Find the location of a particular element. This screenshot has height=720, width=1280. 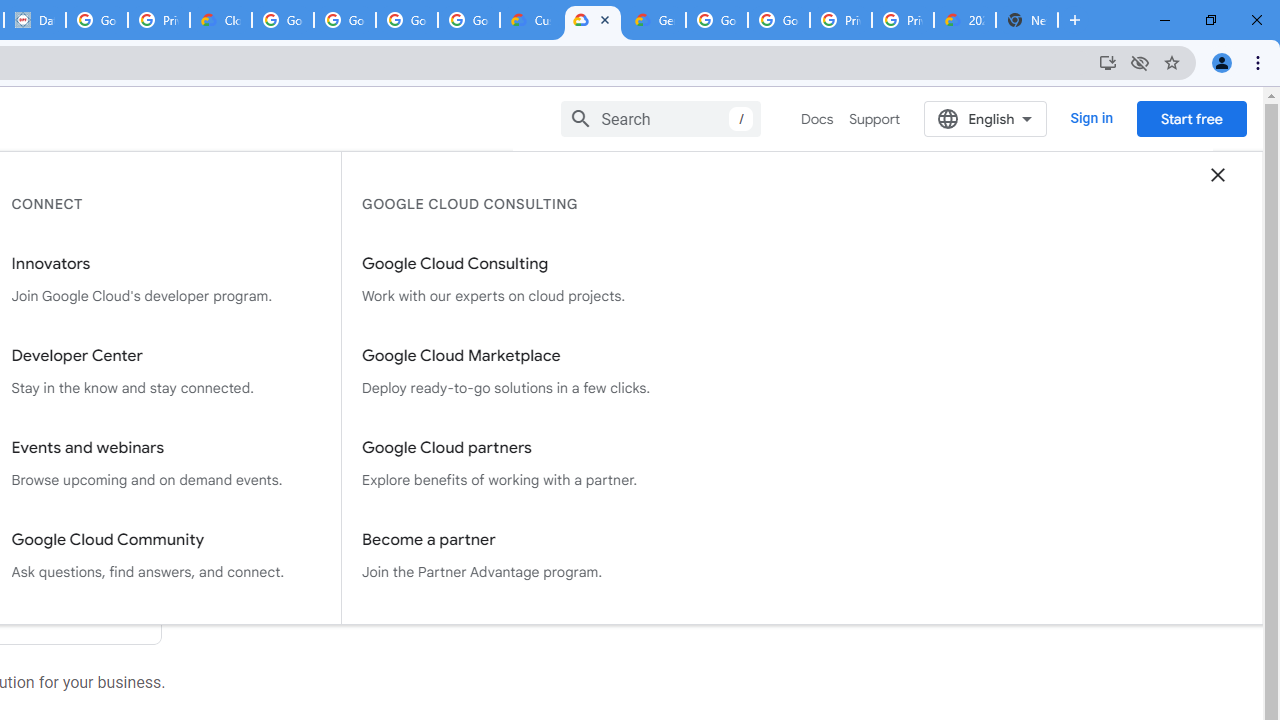

'New Tab' is located at coordinates (1074, 20).